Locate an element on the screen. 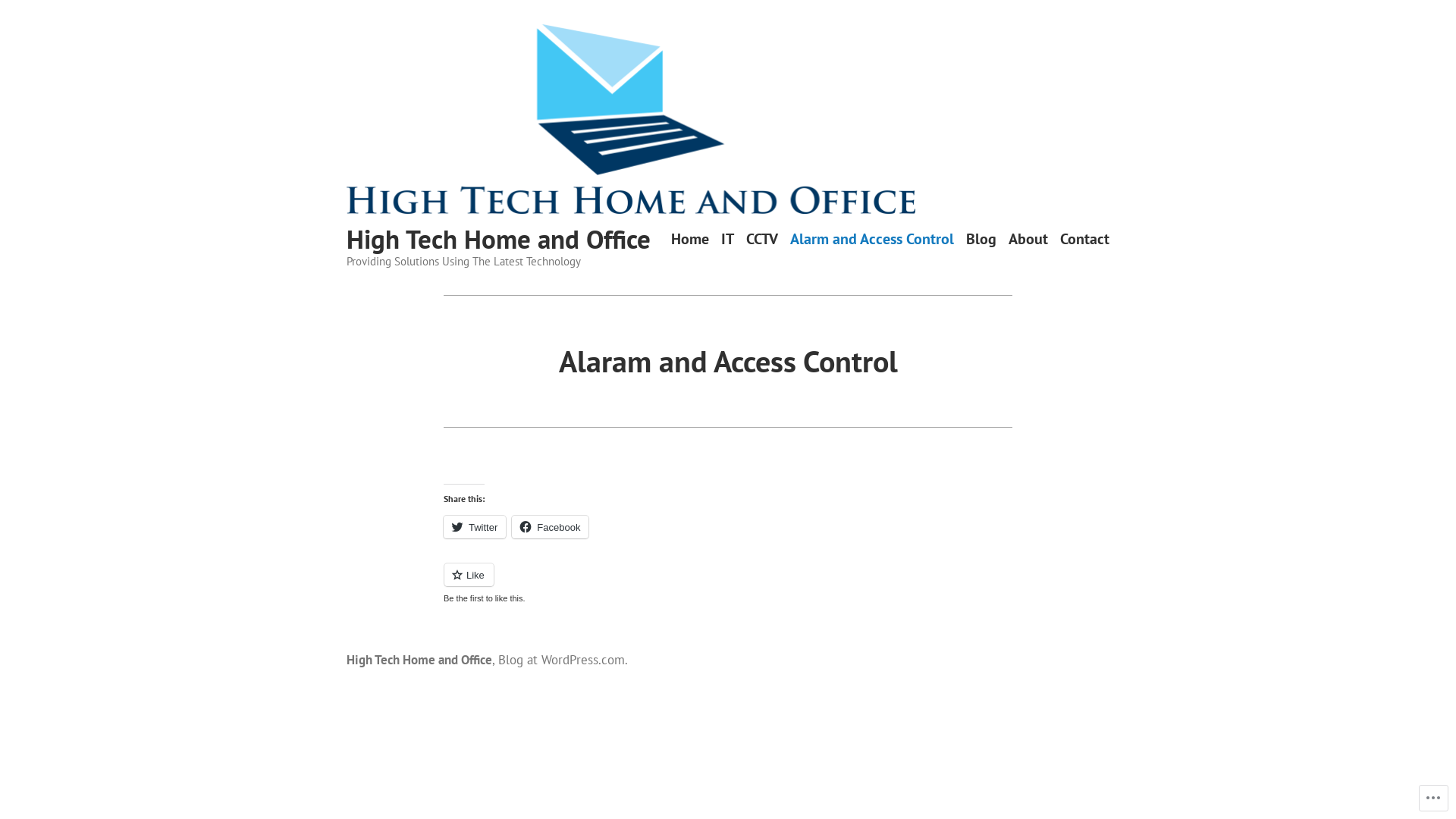  'Blog' is located at coordinates (981, 239).